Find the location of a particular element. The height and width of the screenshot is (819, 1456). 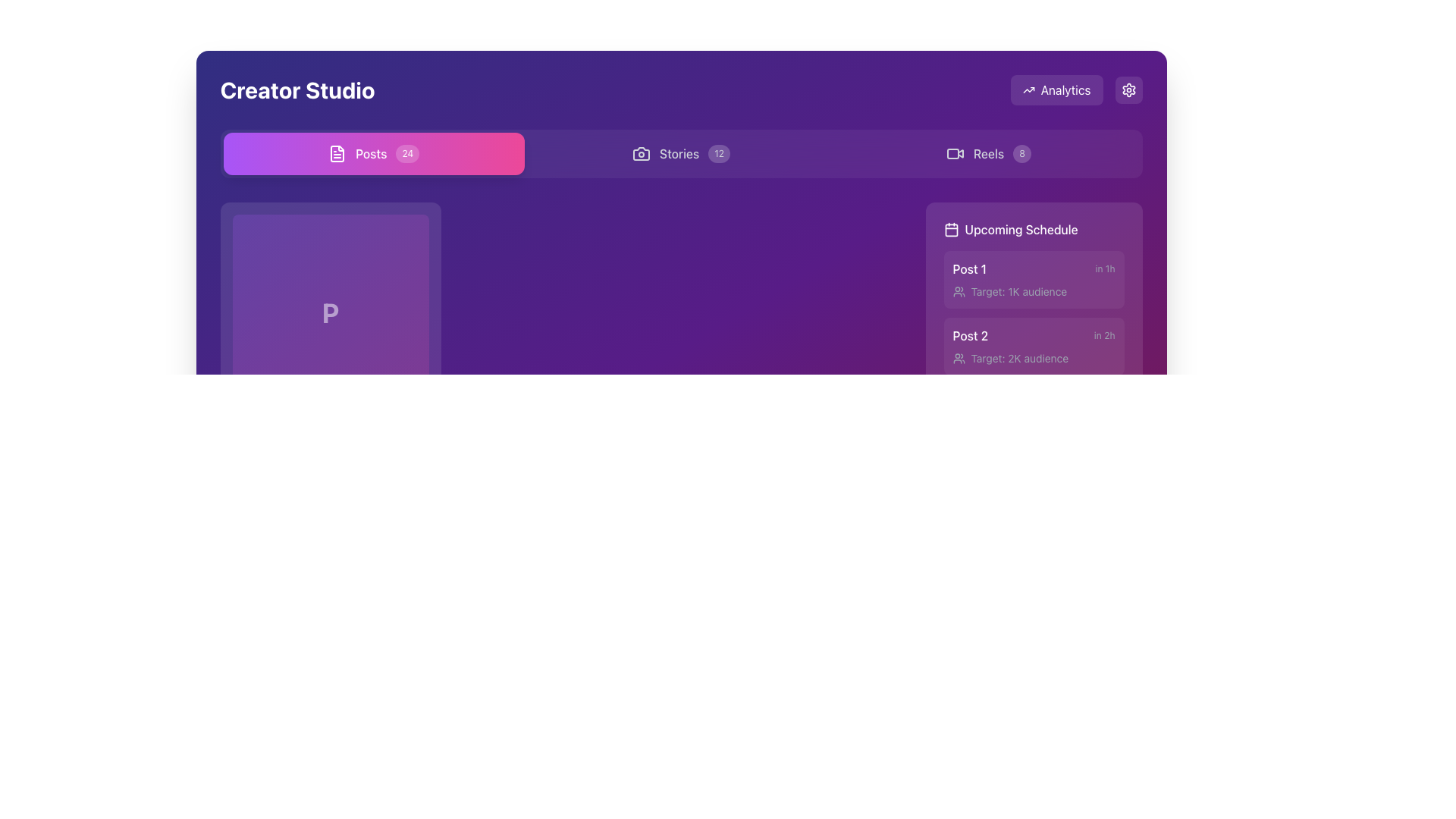

the Informational card featuring a gradient background from purple to pink with a large semi-transparent white letter 'P' centered in bold font to interact with it is located at coordinates (330, 339).